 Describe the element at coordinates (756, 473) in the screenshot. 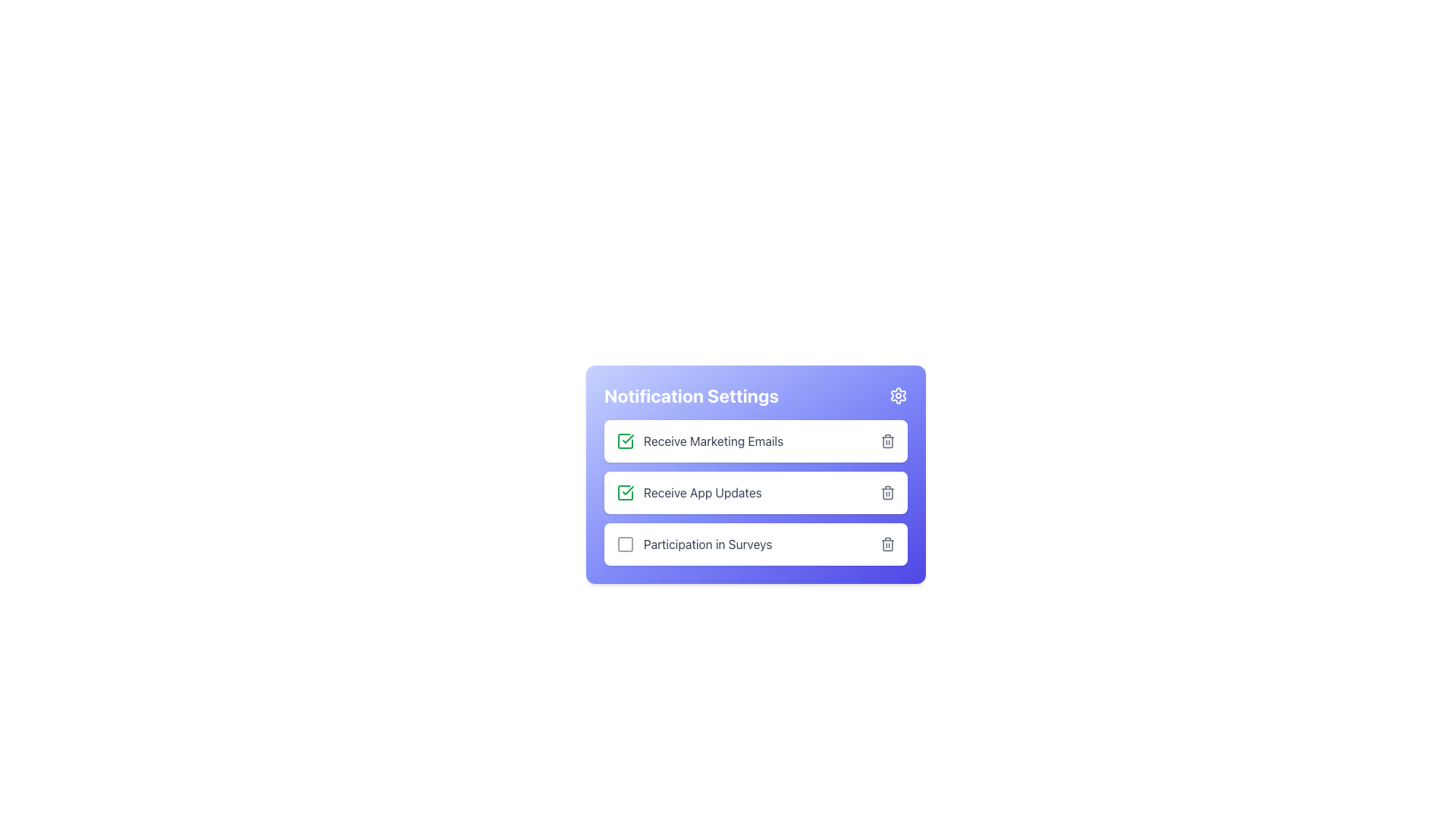

I see `the checkbox in the 'Notification Settings' panel` at that location.